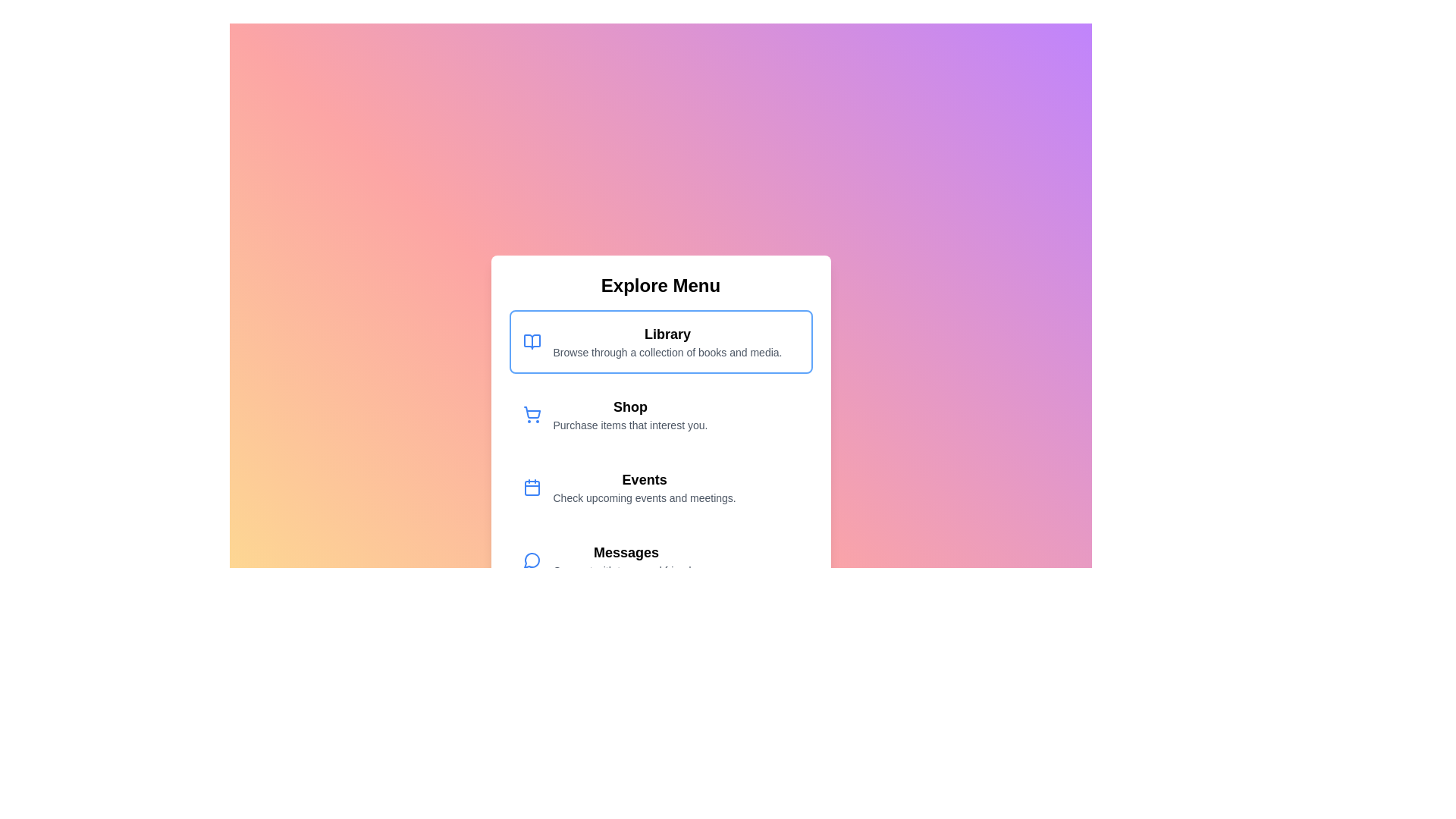 The height and width of the screenshot is (819, 1456). What do you see at coordinates (661, 488) in the screenshot?
I see `the menu option Events to observe its hover effect` at bounding box center [661, 488].